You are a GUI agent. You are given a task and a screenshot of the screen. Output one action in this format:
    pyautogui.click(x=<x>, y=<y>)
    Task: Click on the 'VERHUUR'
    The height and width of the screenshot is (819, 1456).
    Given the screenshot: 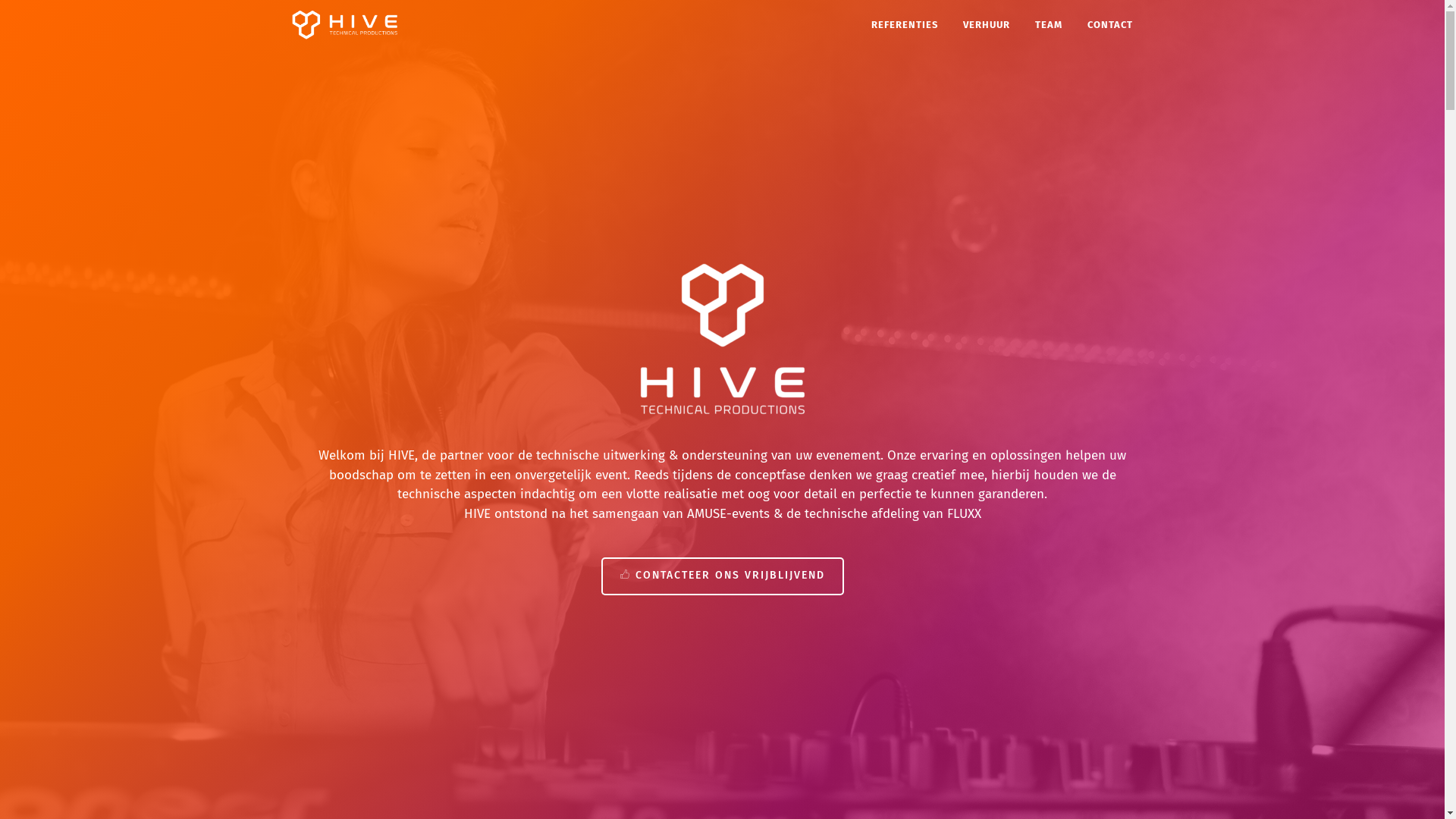 What is the action you would take?
    pyautogui.click(x=986, y=24)
    